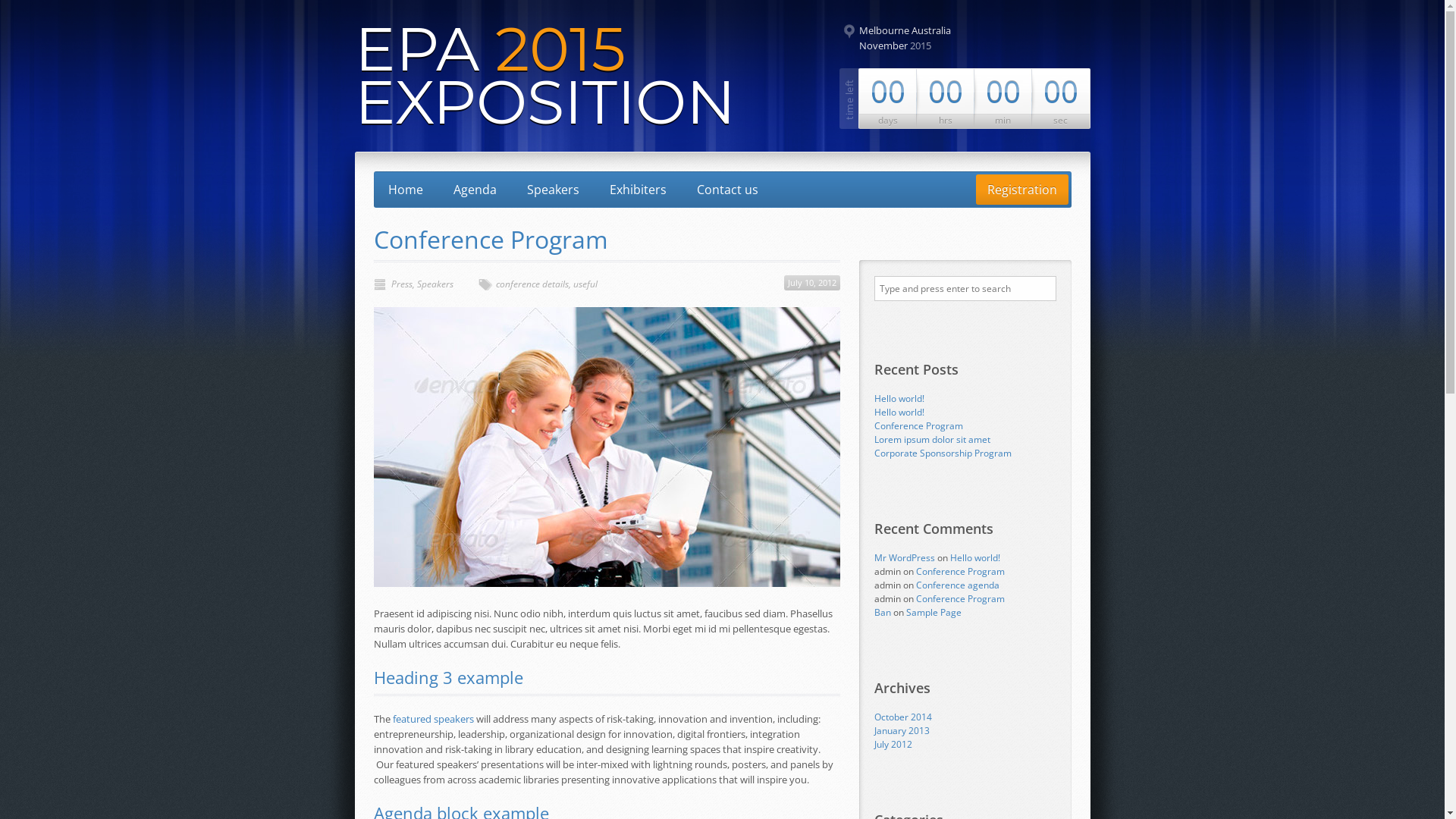  What do you see at coordinates (915, 571) in the screenshot?
I see `'Conference Program'` at bounding box center [915, 571].